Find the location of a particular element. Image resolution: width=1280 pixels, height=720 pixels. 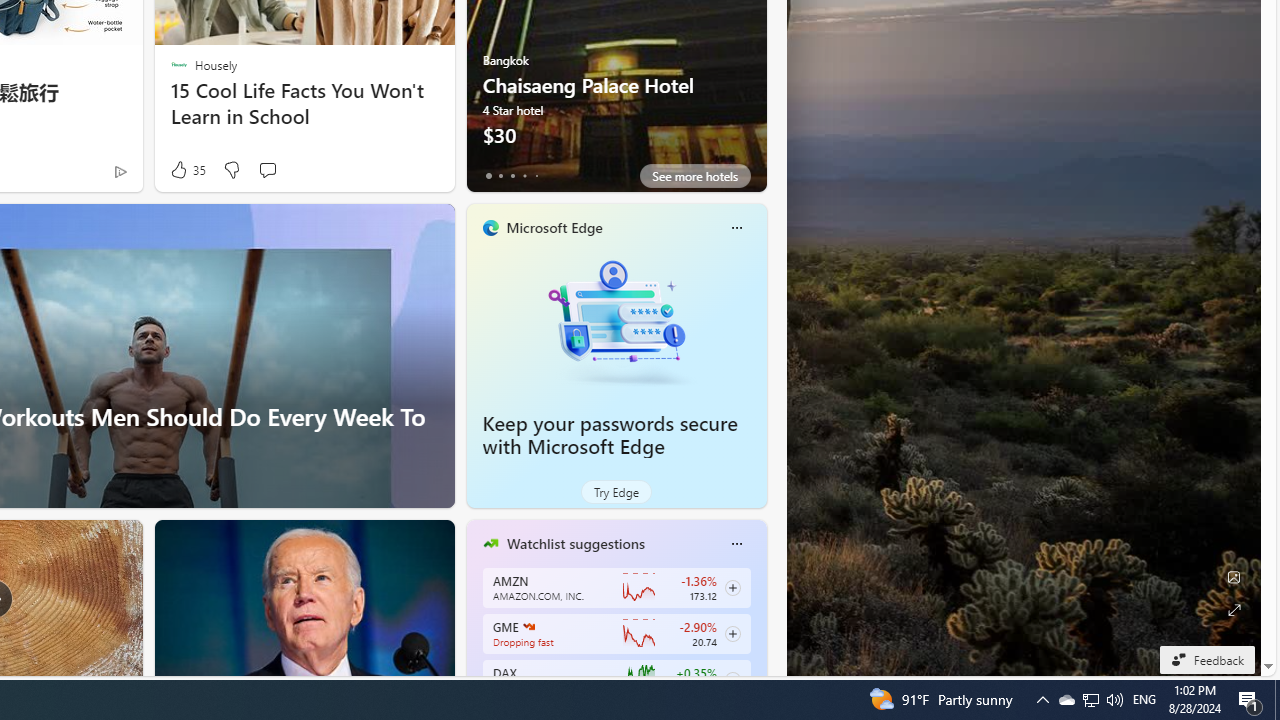

'35 Like' is located at coordinates (186, 169).